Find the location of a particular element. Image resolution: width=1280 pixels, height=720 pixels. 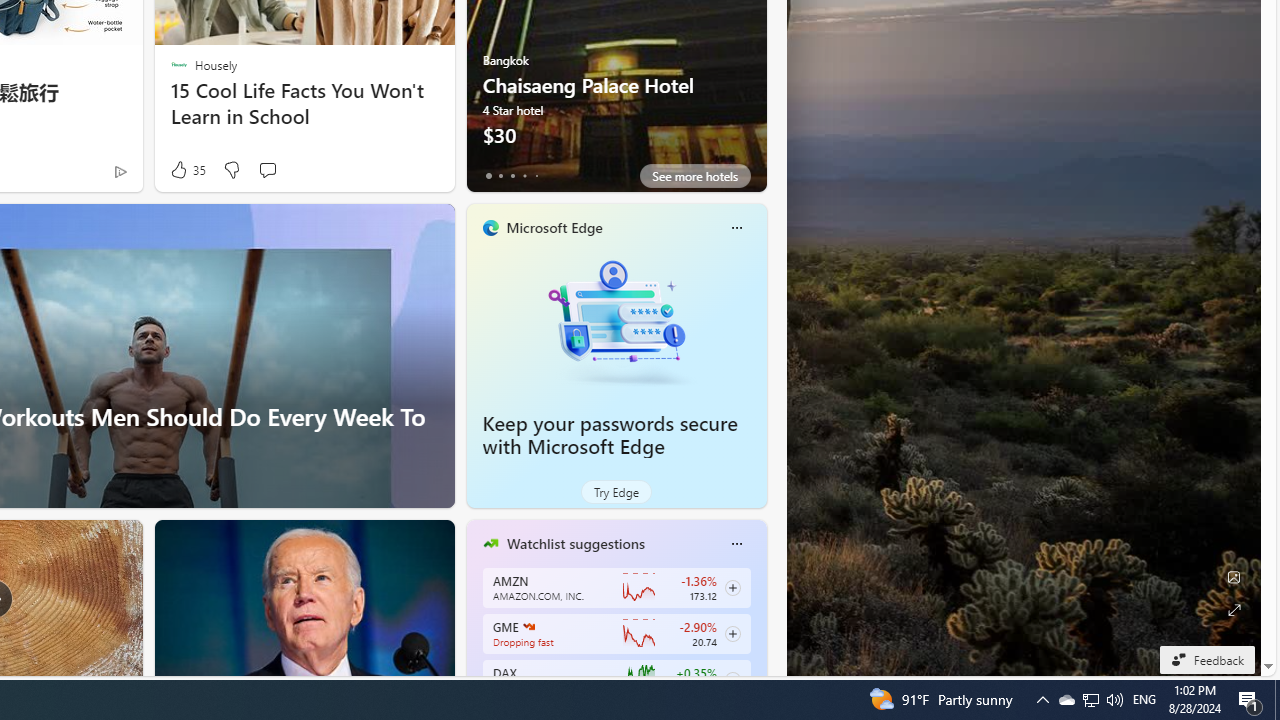

'35 Like' is located at coordinates (186, 169).